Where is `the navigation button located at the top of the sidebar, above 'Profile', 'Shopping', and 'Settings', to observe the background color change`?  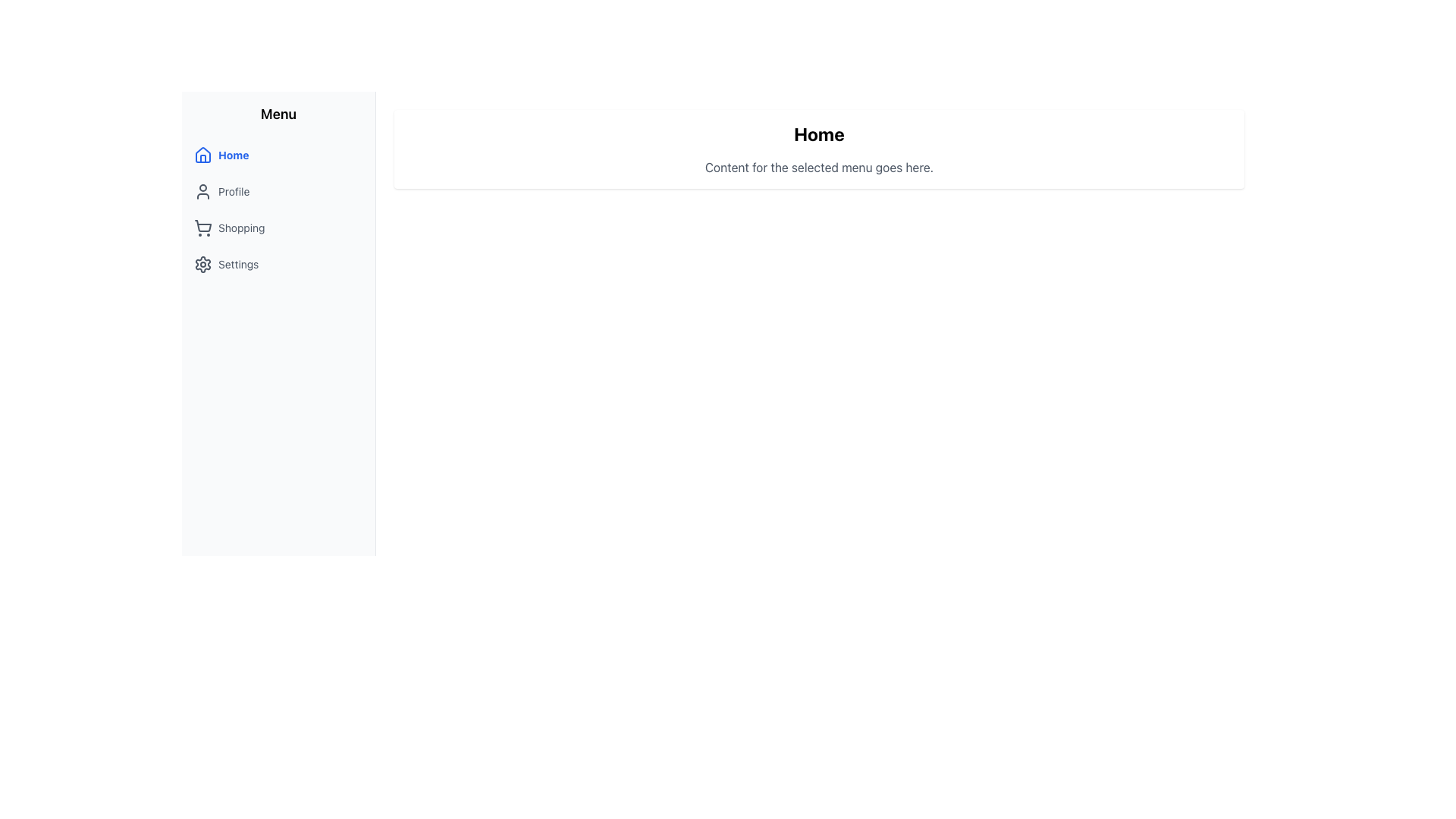 the navigation button located at the top of the sidebar, above 'Profile', 'Shopping', and 'Settings', to observe the background color change is located at coordinates (278, 155).